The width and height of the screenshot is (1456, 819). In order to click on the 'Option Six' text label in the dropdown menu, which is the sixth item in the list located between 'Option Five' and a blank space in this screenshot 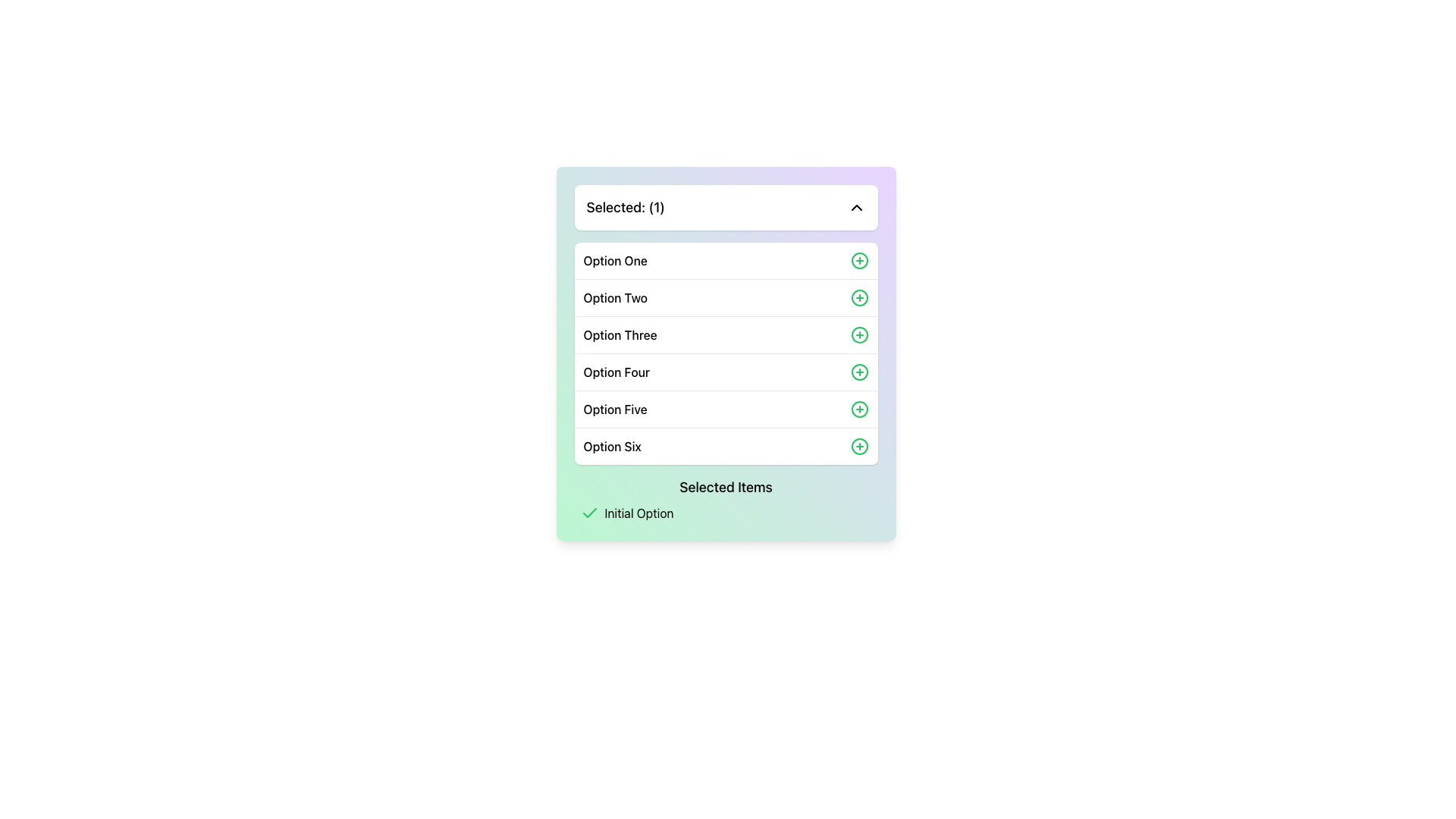, I will do `click(612, 446)`.